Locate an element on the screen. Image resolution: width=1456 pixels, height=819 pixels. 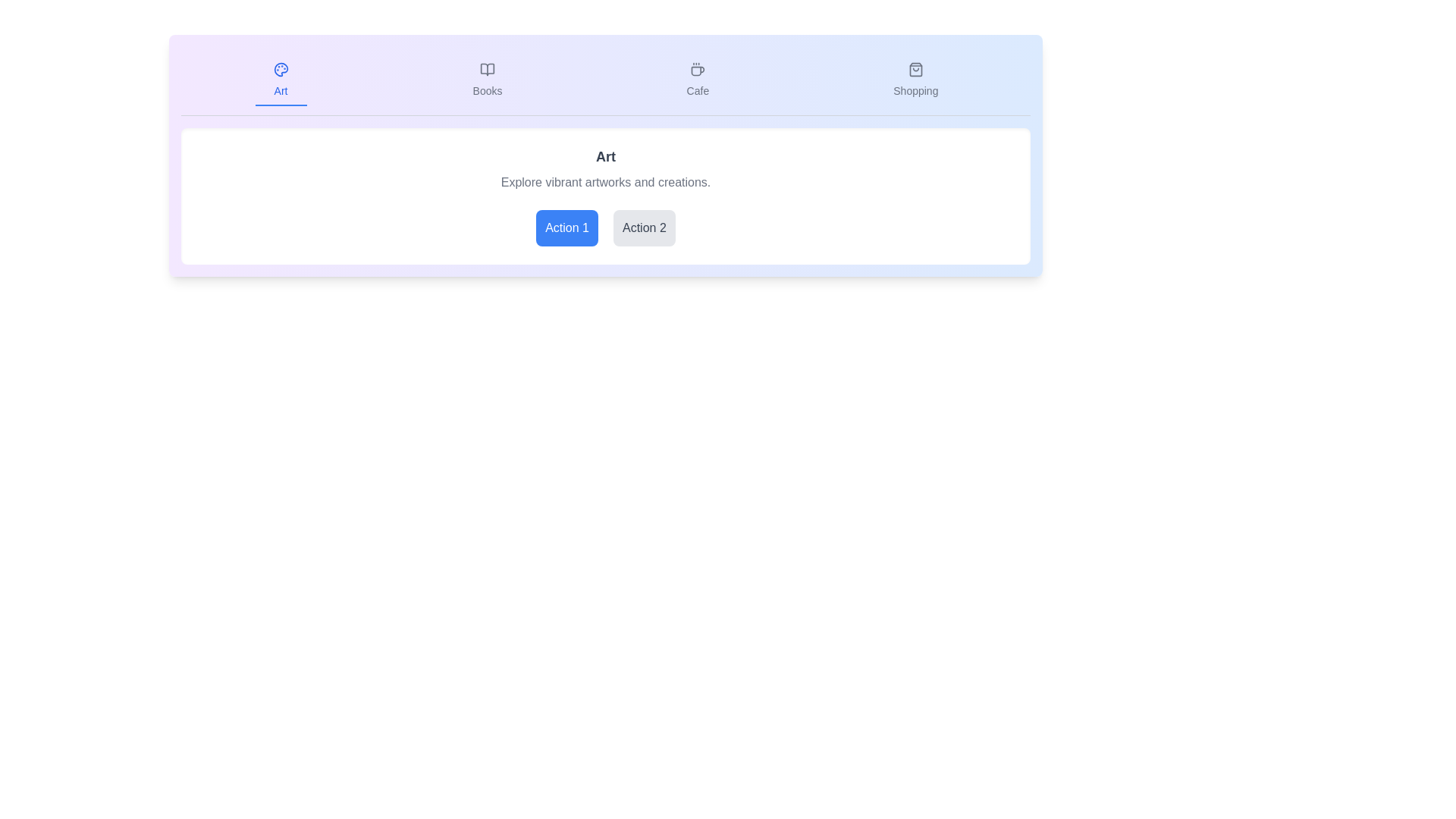
the tab labeled Books is located at coordinates (488, 81).